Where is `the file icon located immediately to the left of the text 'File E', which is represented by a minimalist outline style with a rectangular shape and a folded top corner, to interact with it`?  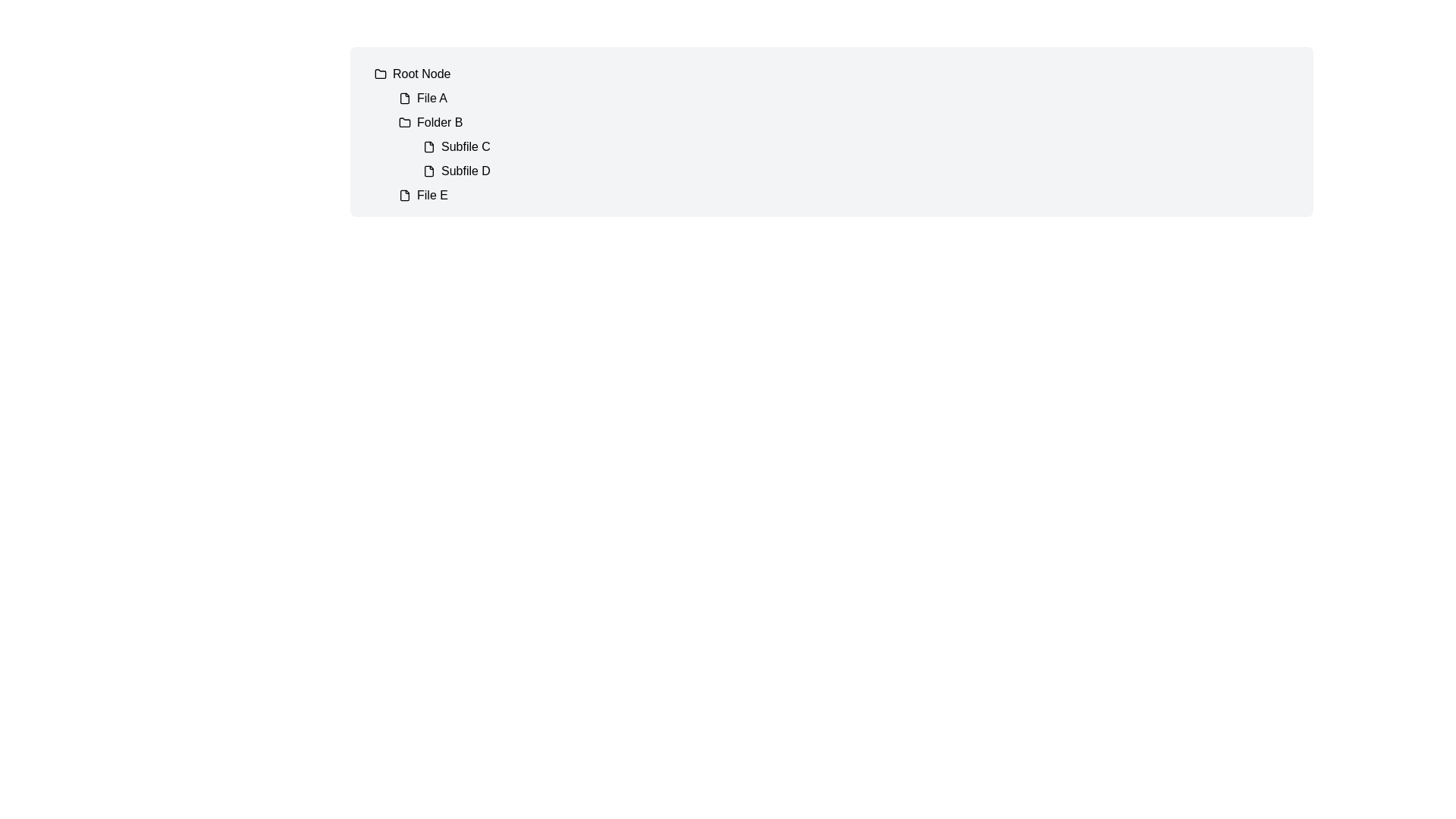
the file icon located immediately to the left of the text 'File E', which is represented by a minimalist outline style with a rectangular shape and a folded top corner, to interact with it is located at coordinates (404, 195).